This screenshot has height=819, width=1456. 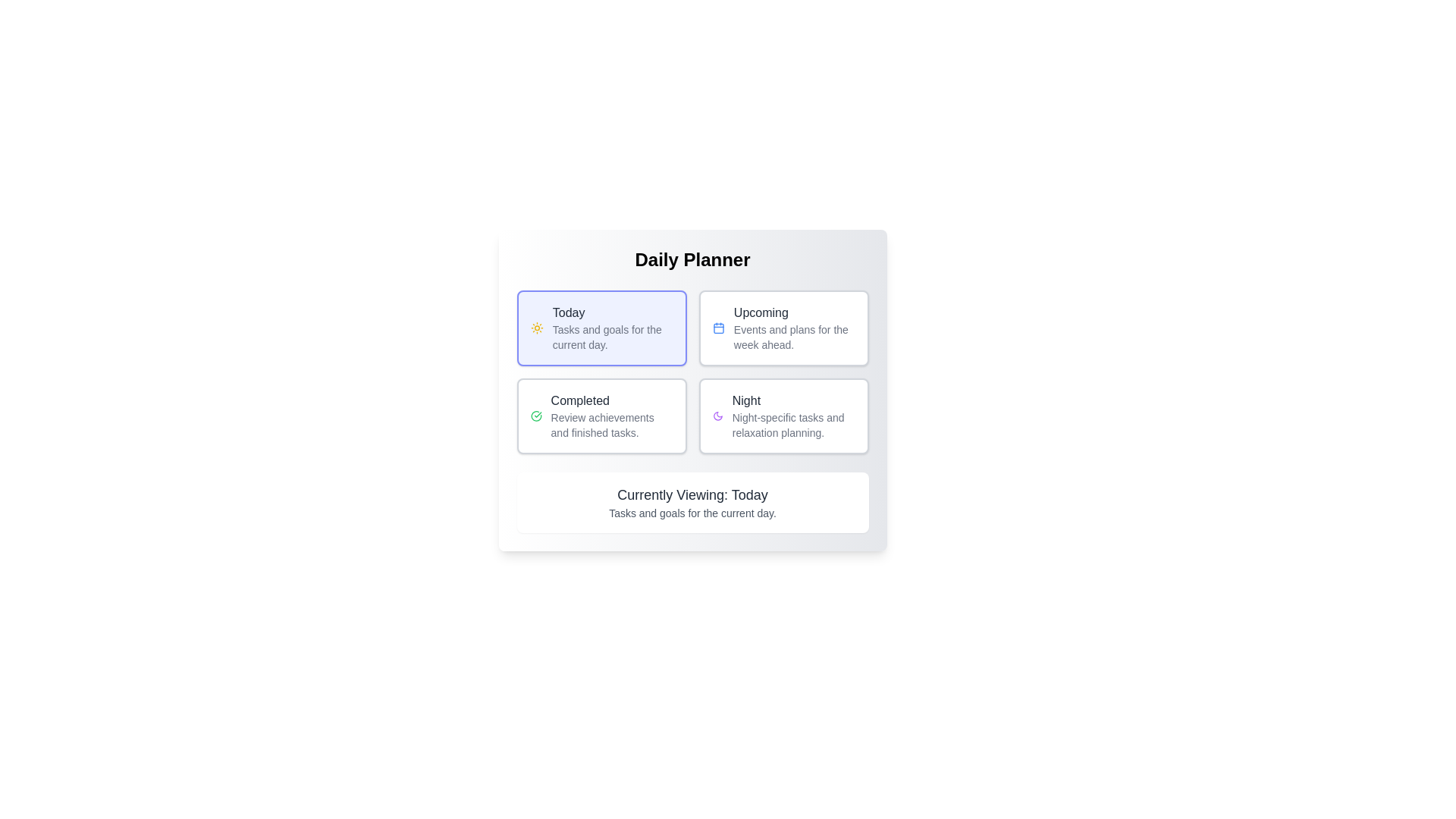 What do you see at coordinates (611, 425) in the screenshot?
I see `the descriptive text label located directly below the 'Completed' header in the bottom-left section of the main grid layout` at bounding box center [611, 425].